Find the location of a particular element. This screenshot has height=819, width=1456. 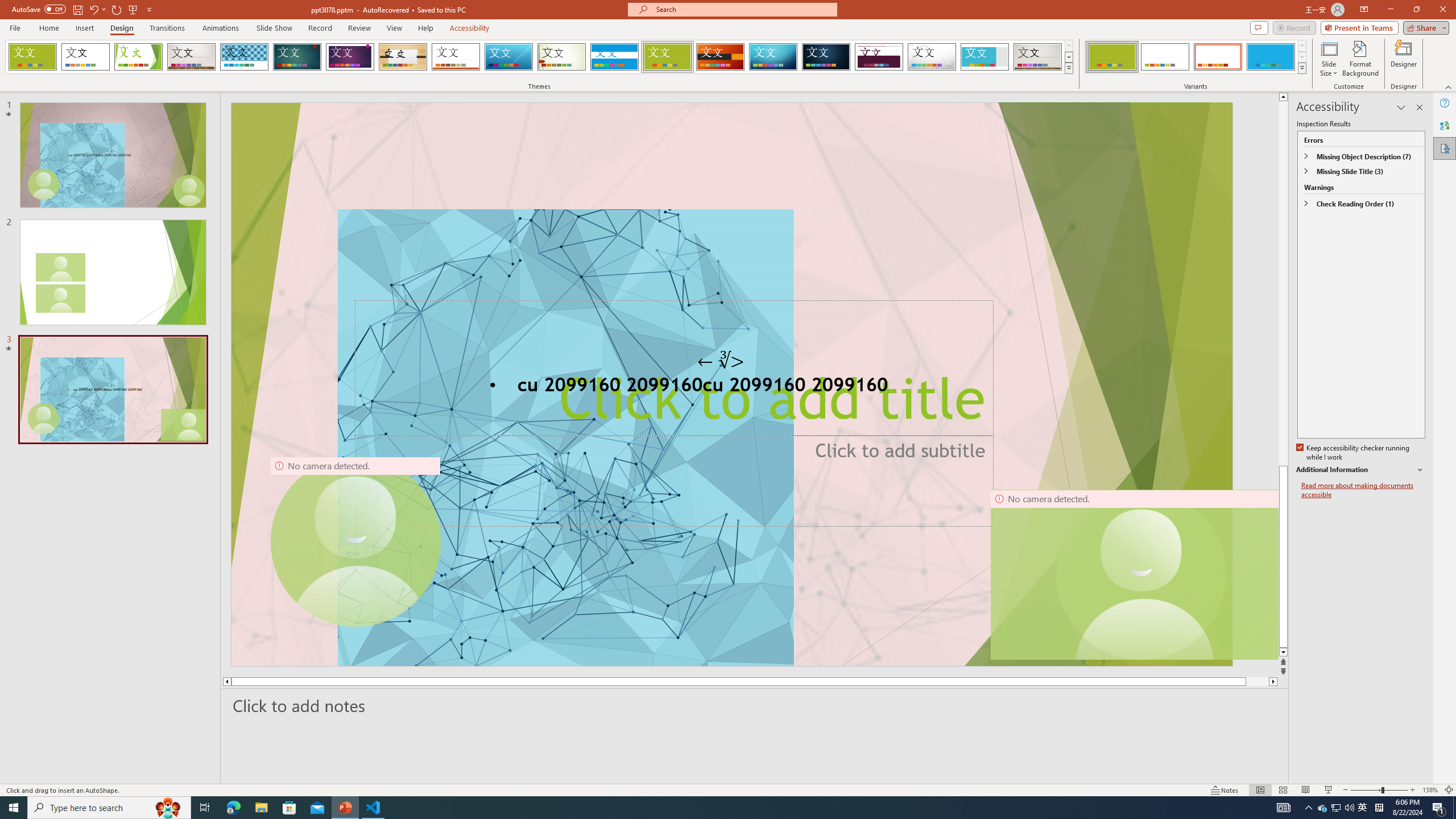

'Wisp' is located at coordinates (561, 56).